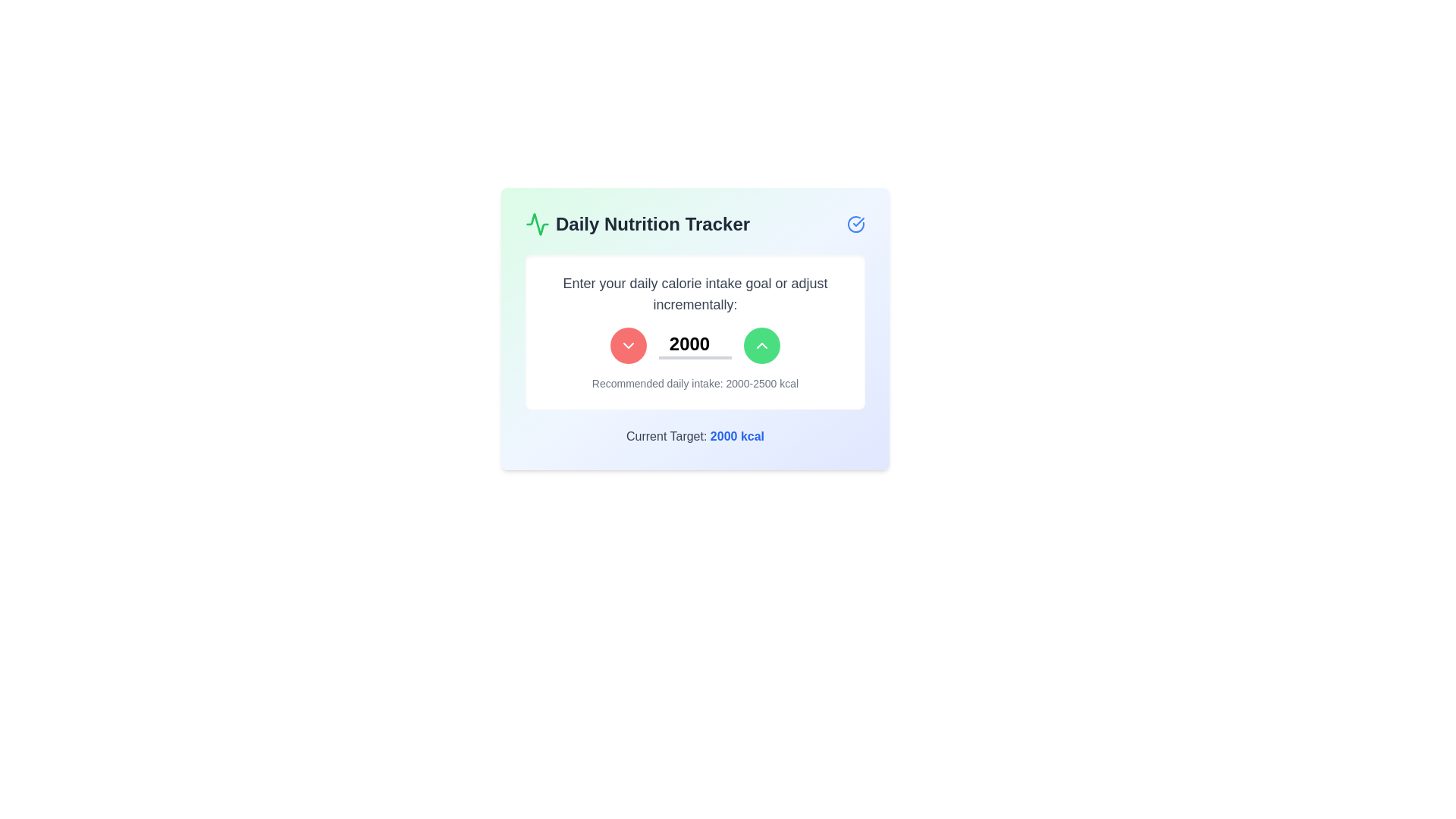 The width and height of the screenshot is (1456, 819). Describe the element at coordinates (858, 222) in the screenshot. I see `the checkmark icon that indicates a successful action or confirmation, located in the upper-right side of the main card-like UI element` at that location.